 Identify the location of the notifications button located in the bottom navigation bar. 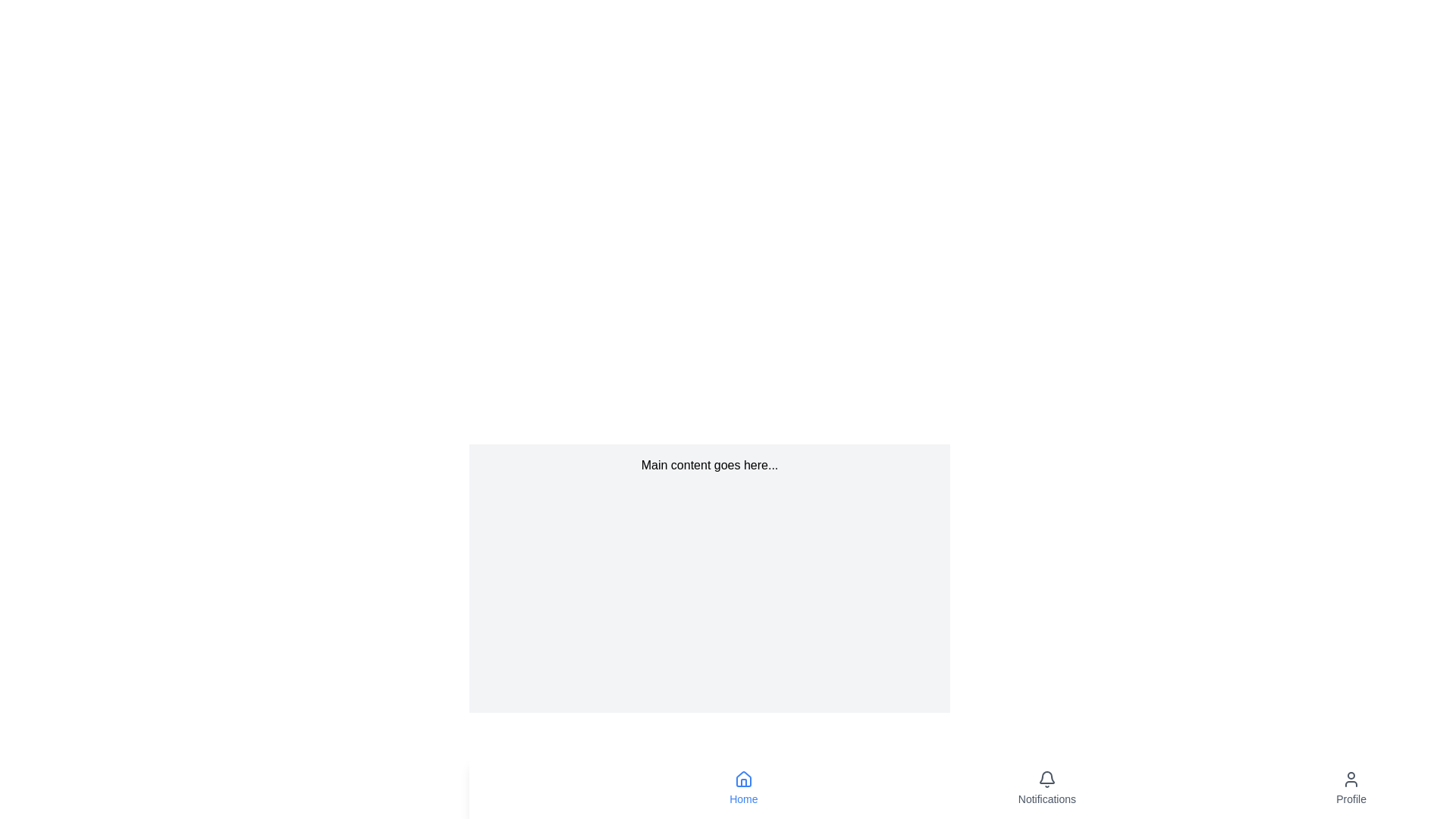
(1046, 788).